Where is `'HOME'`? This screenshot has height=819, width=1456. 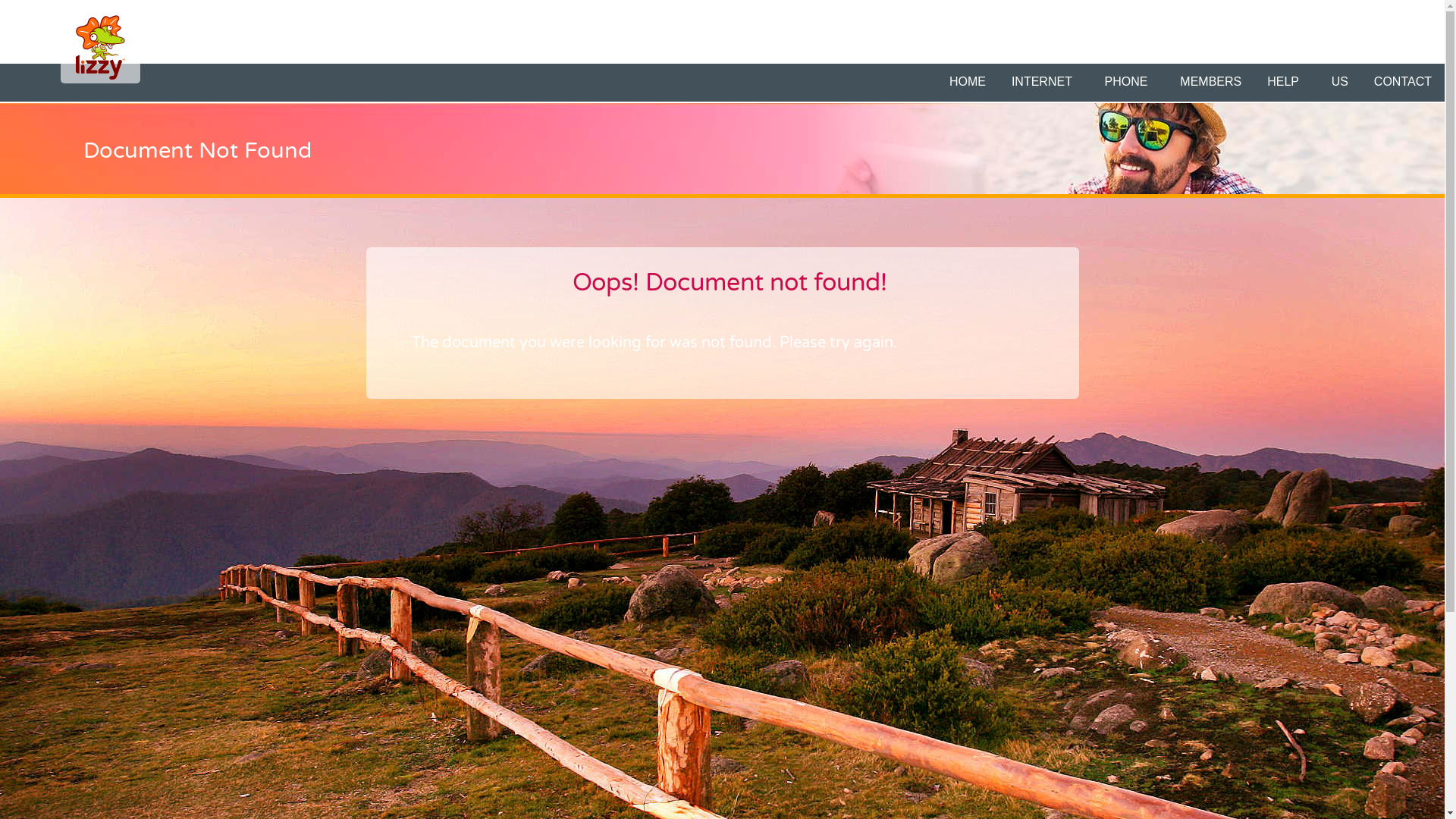 'HOME' is located at coordinates (967, 82).